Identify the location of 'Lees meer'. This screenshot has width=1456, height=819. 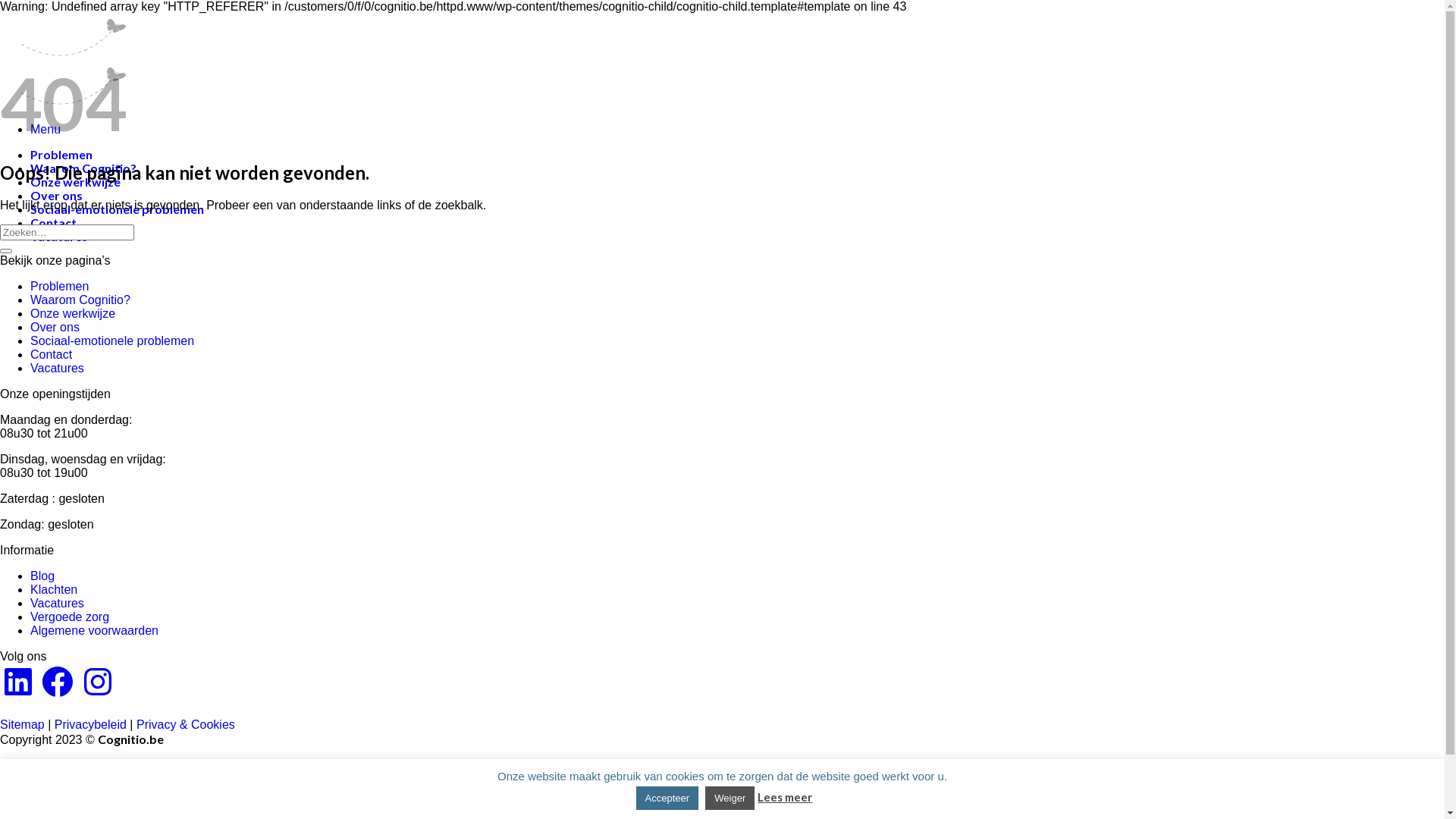
(785, 795).